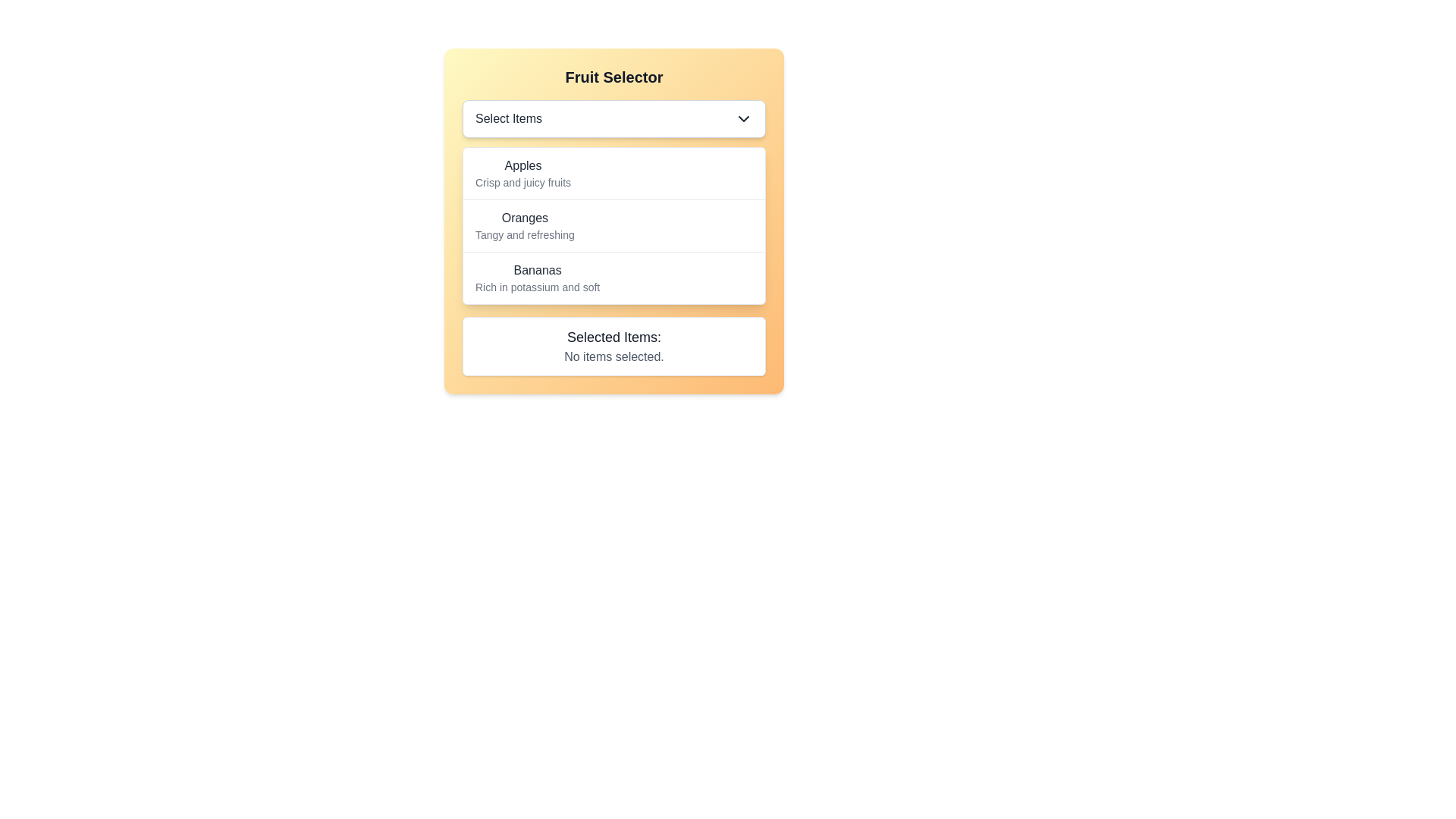 The width and height of the screenshot is (1456, 819). Describe the element at coordinates (538, 287) in the screenshot. I see `the descriptive text label displaying 'Rich in potassium and soft', which is located beneath the 'Bananas' header in the fruit selector dropdown` at that location.